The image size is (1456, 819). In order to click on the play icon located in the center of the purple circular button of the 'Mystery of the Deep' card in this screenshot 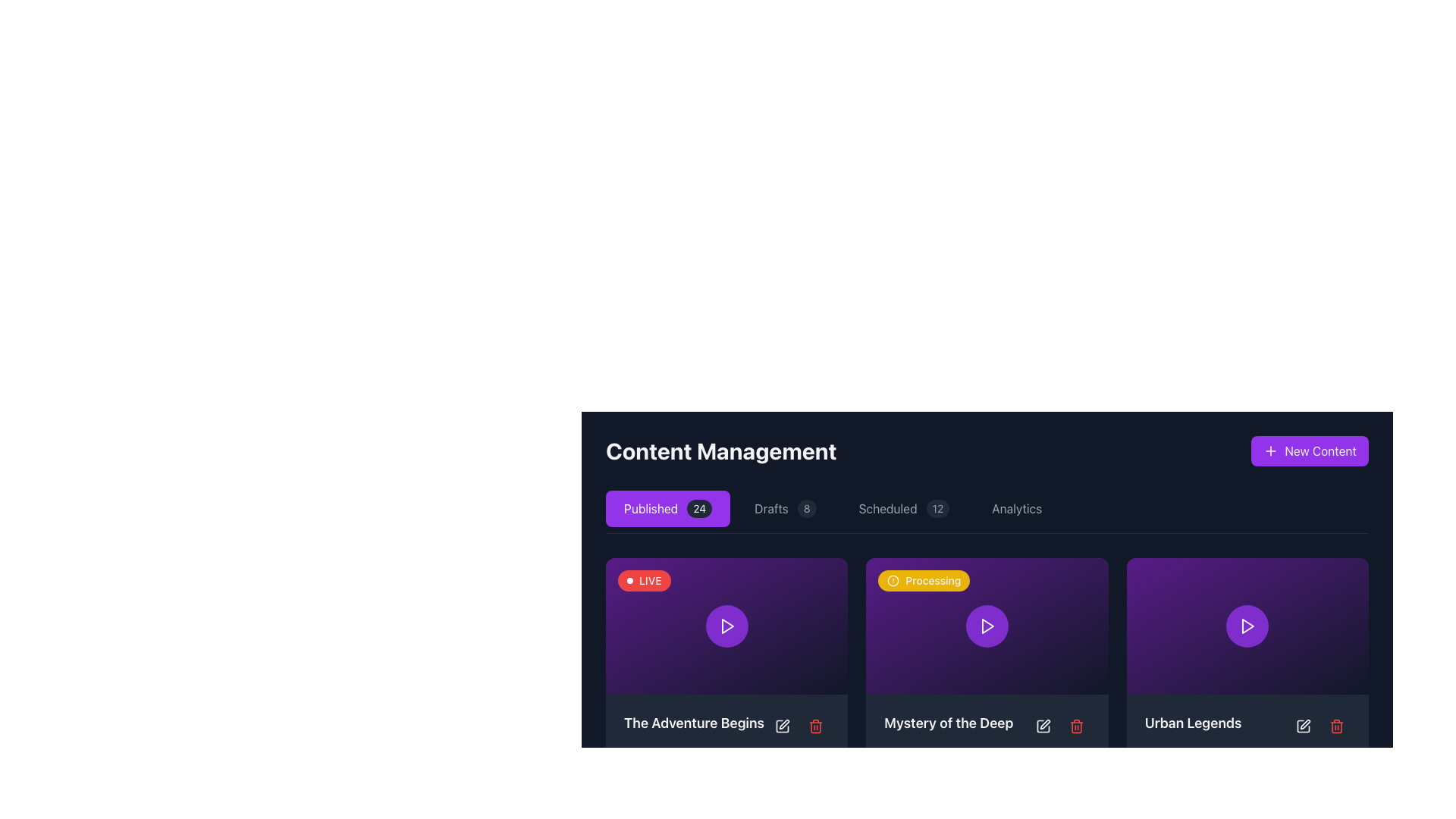, I will do `click(987, 626)`.